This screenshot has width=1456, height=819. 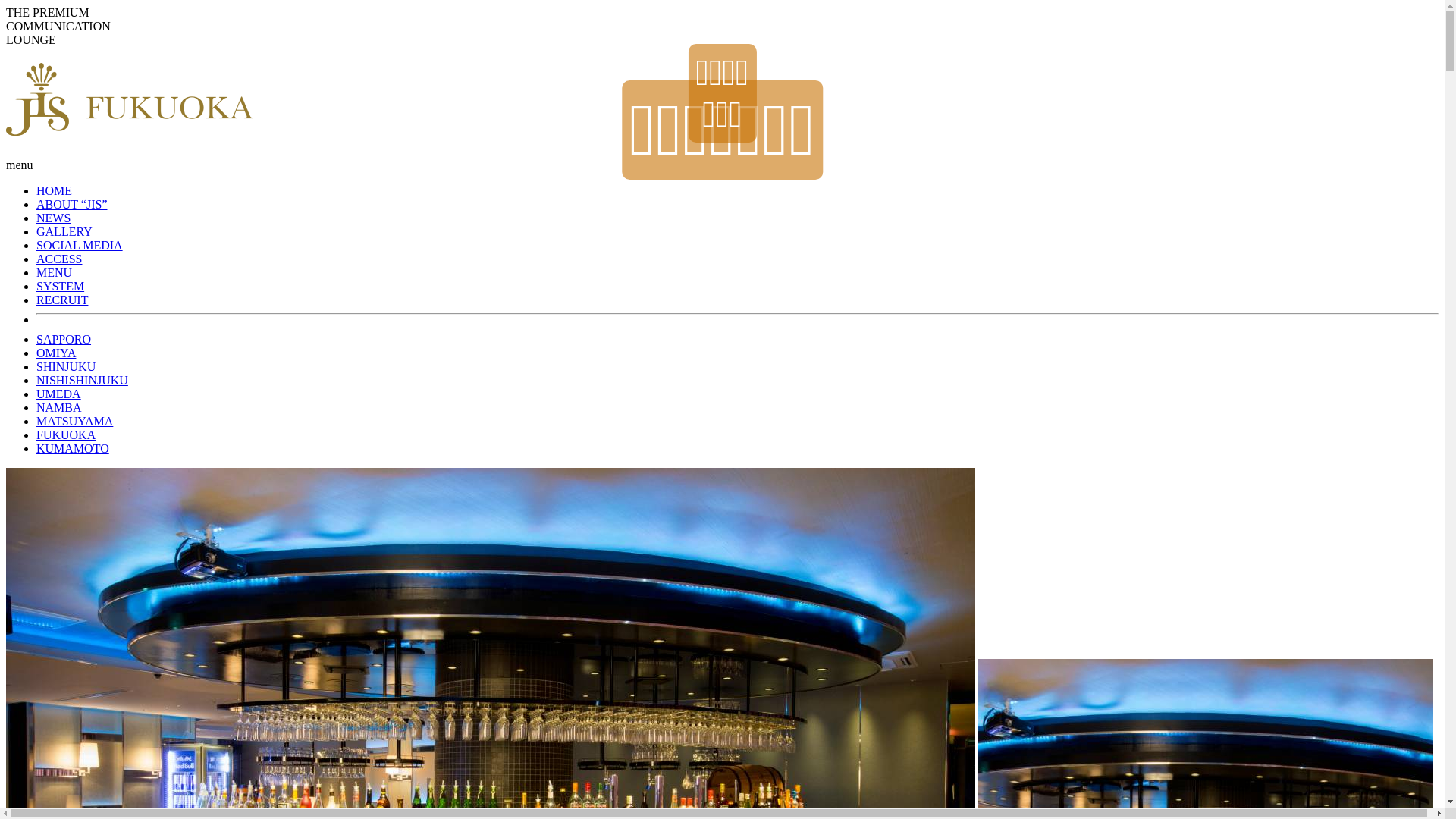 What do you see at coordinates (79, 244) in the screenshot?
I see `'SOCIAL MEDIA'` at bounding box center [79, 244].